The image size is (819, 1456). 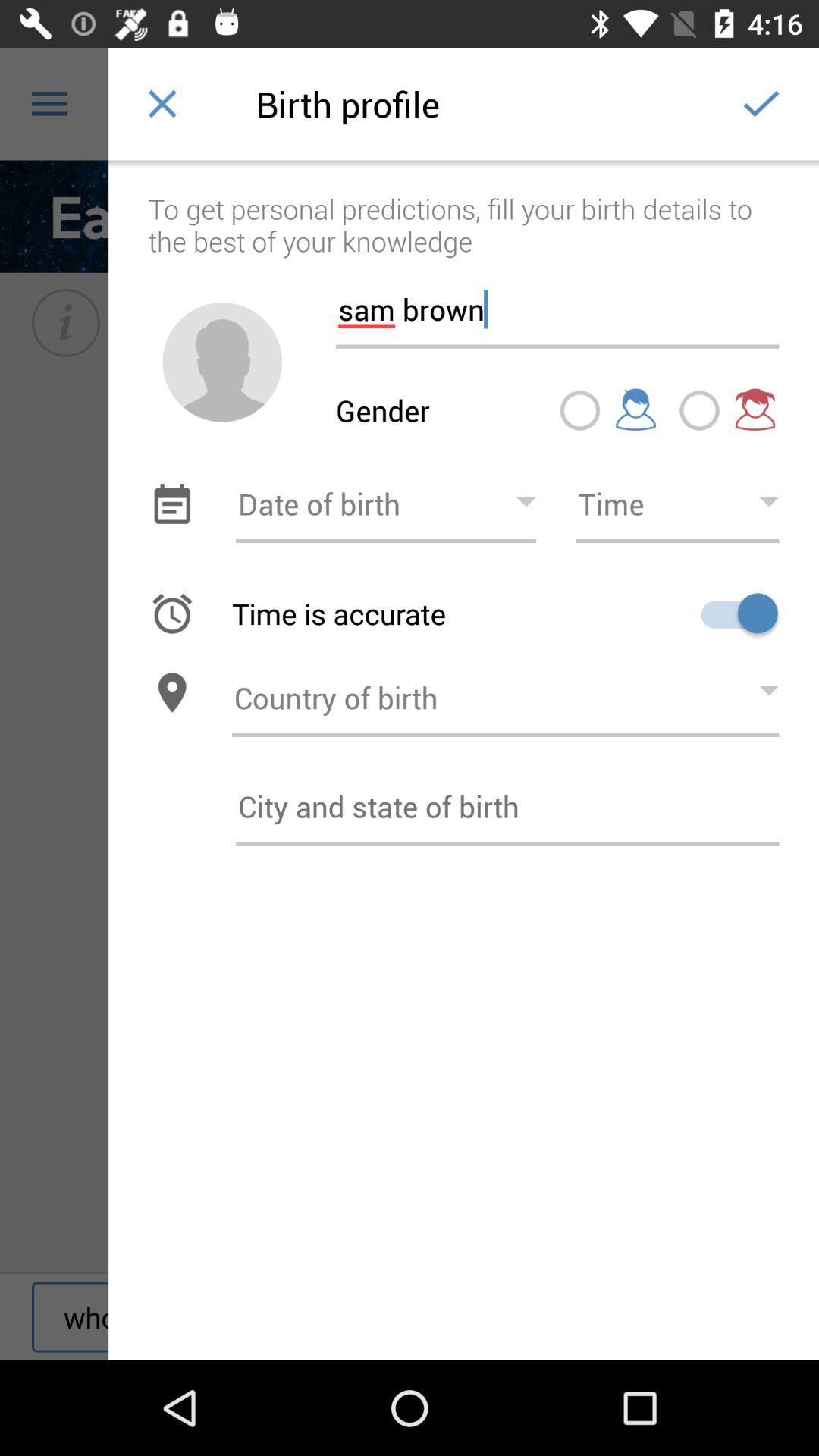 I want to click on accurate time button, so click(x=733, y=613).